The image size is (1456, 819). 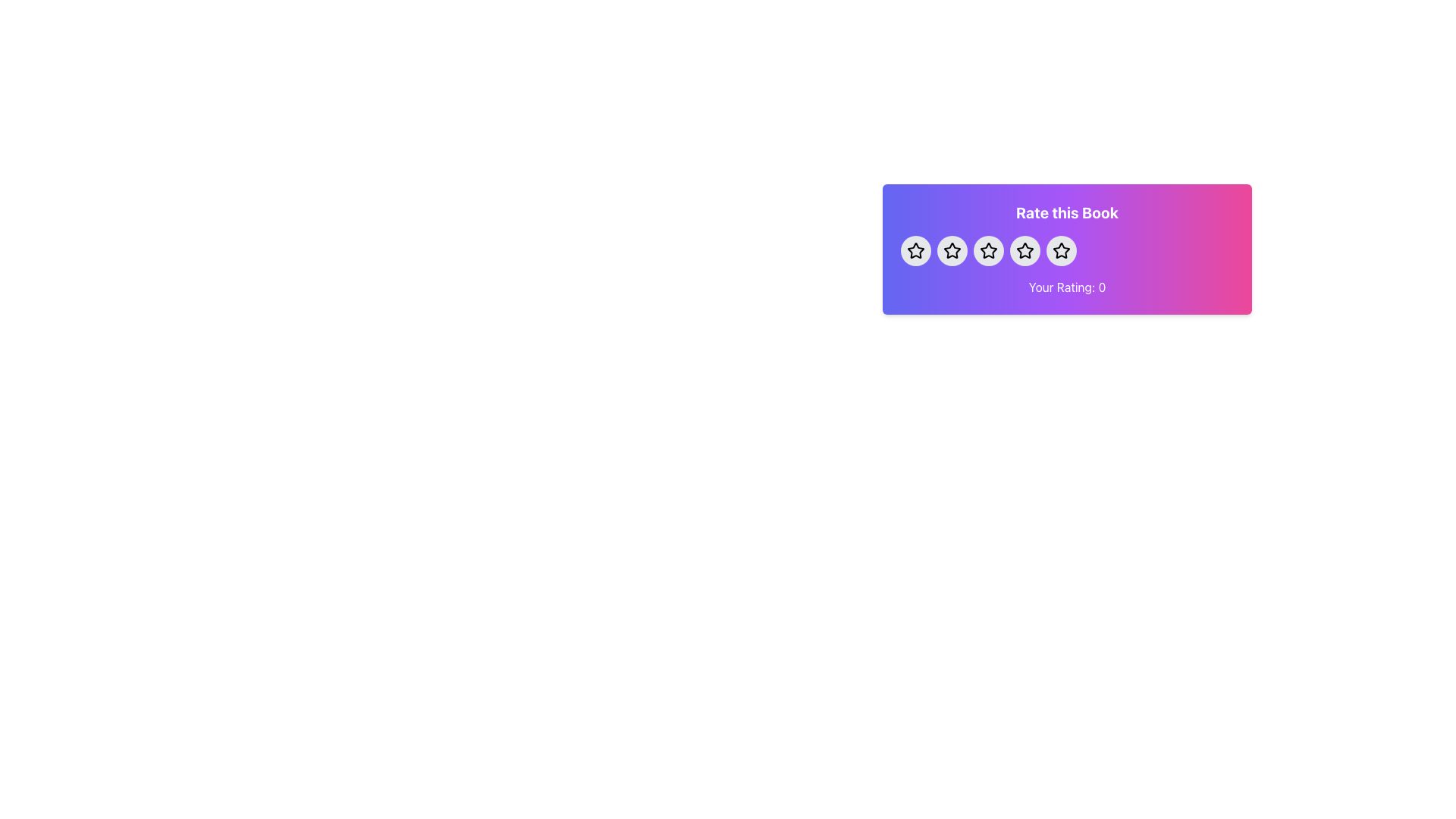 I want to click on the third star icon in the rating bar, so click(x=989, y=250).